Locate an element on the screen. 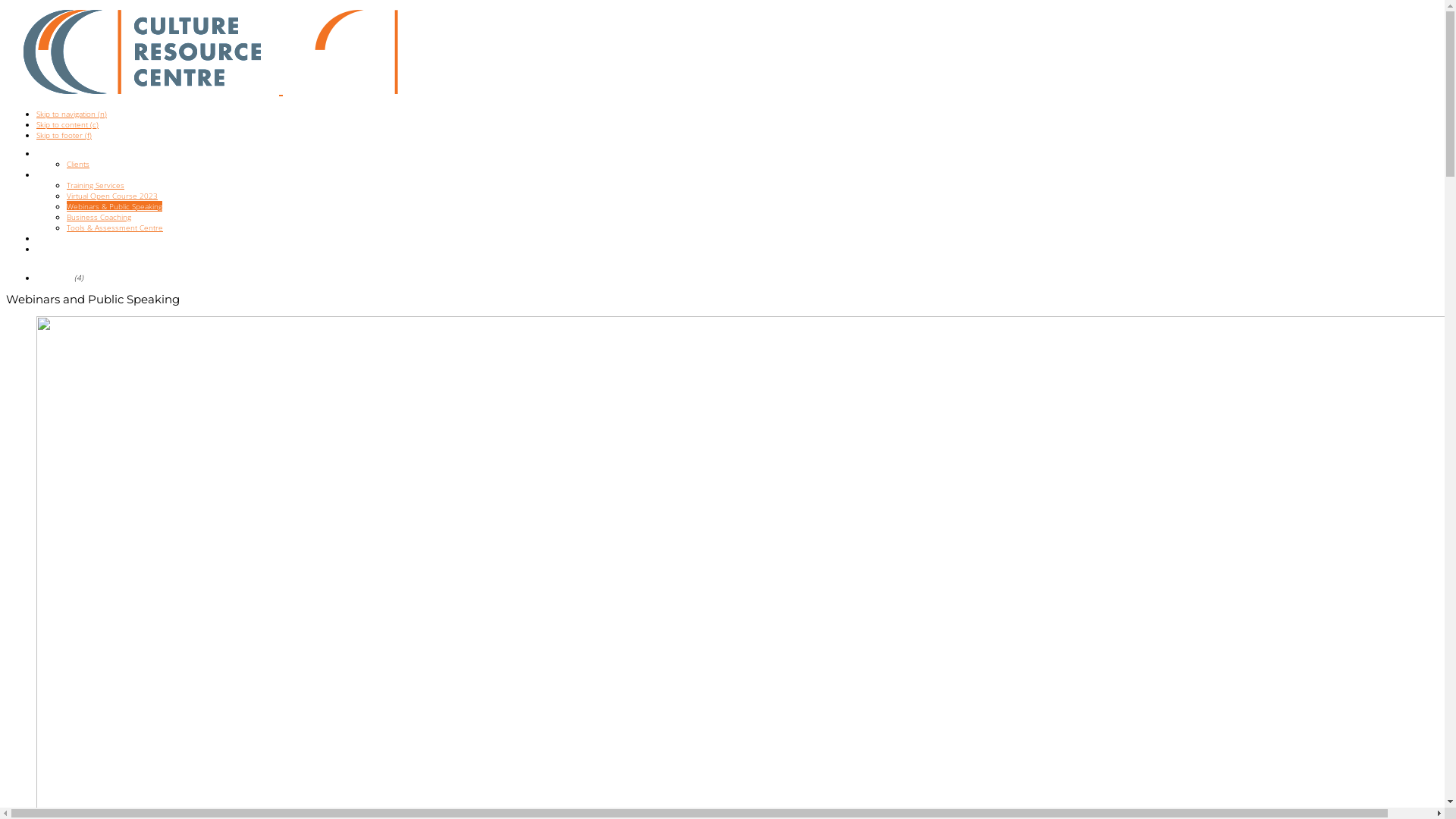 This screenshot has width=1456, height=819. 'Skip to navigation (n)' is located at coordinates (71, 113).